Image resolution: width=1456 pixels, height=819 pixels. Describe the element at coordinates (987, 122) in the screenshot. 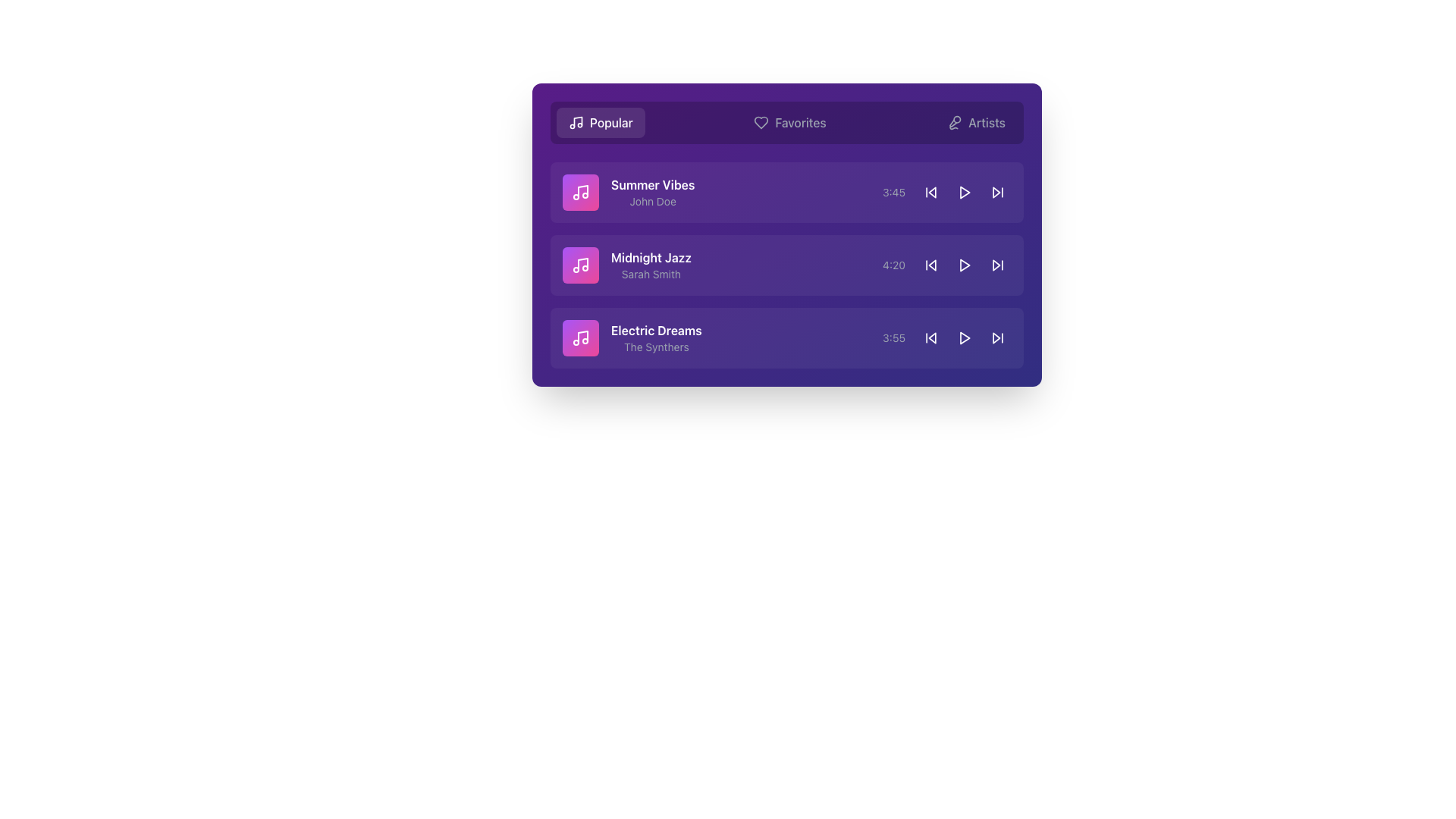

I see `text label displaying 'Artists' located at the top-right corner of the menu bar with a purple background` at that location.